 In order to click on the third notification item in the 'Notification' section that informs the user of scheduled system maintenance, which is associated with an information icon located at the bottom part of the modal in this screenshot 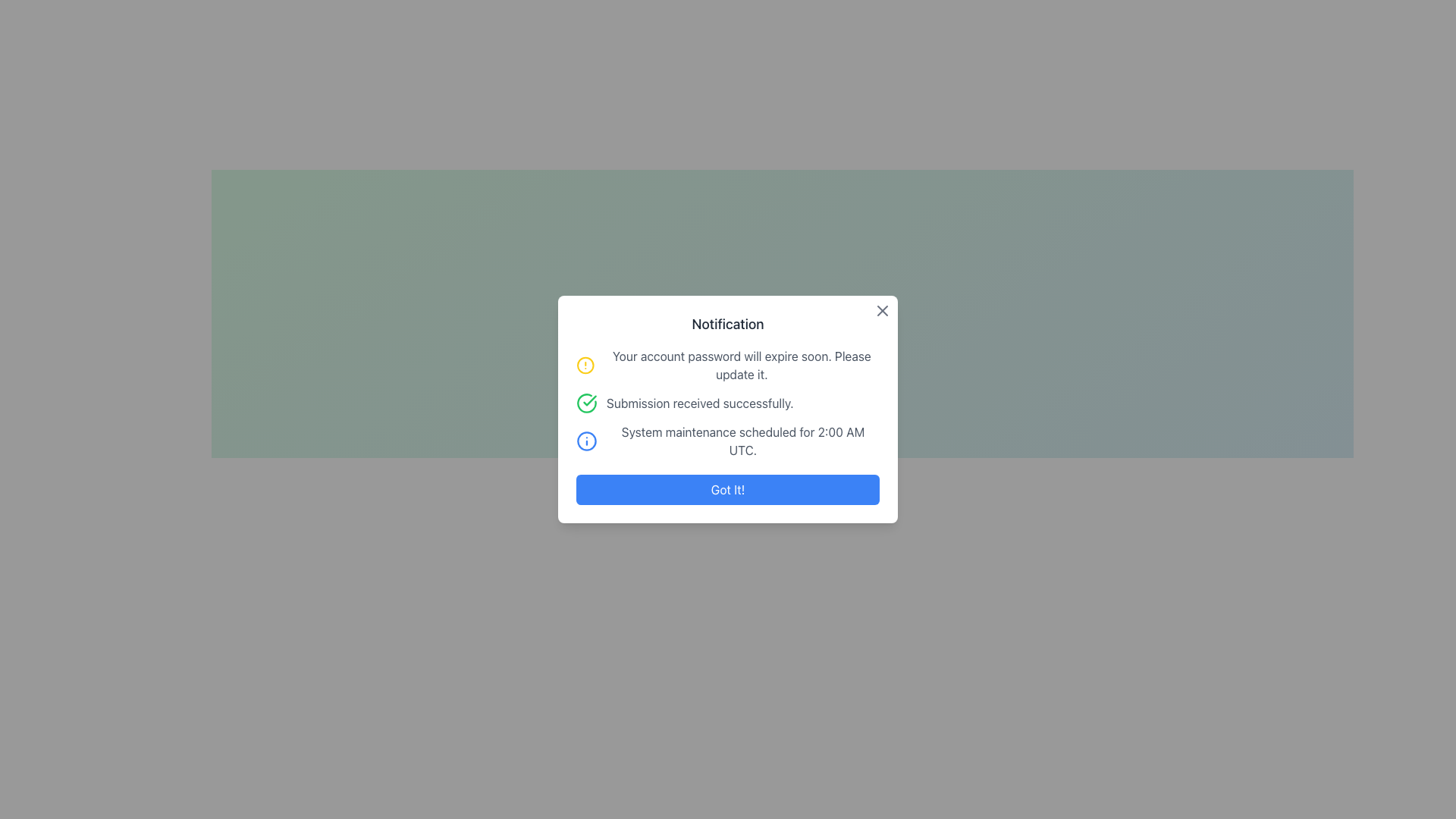, I will do `click(742, 441)`.